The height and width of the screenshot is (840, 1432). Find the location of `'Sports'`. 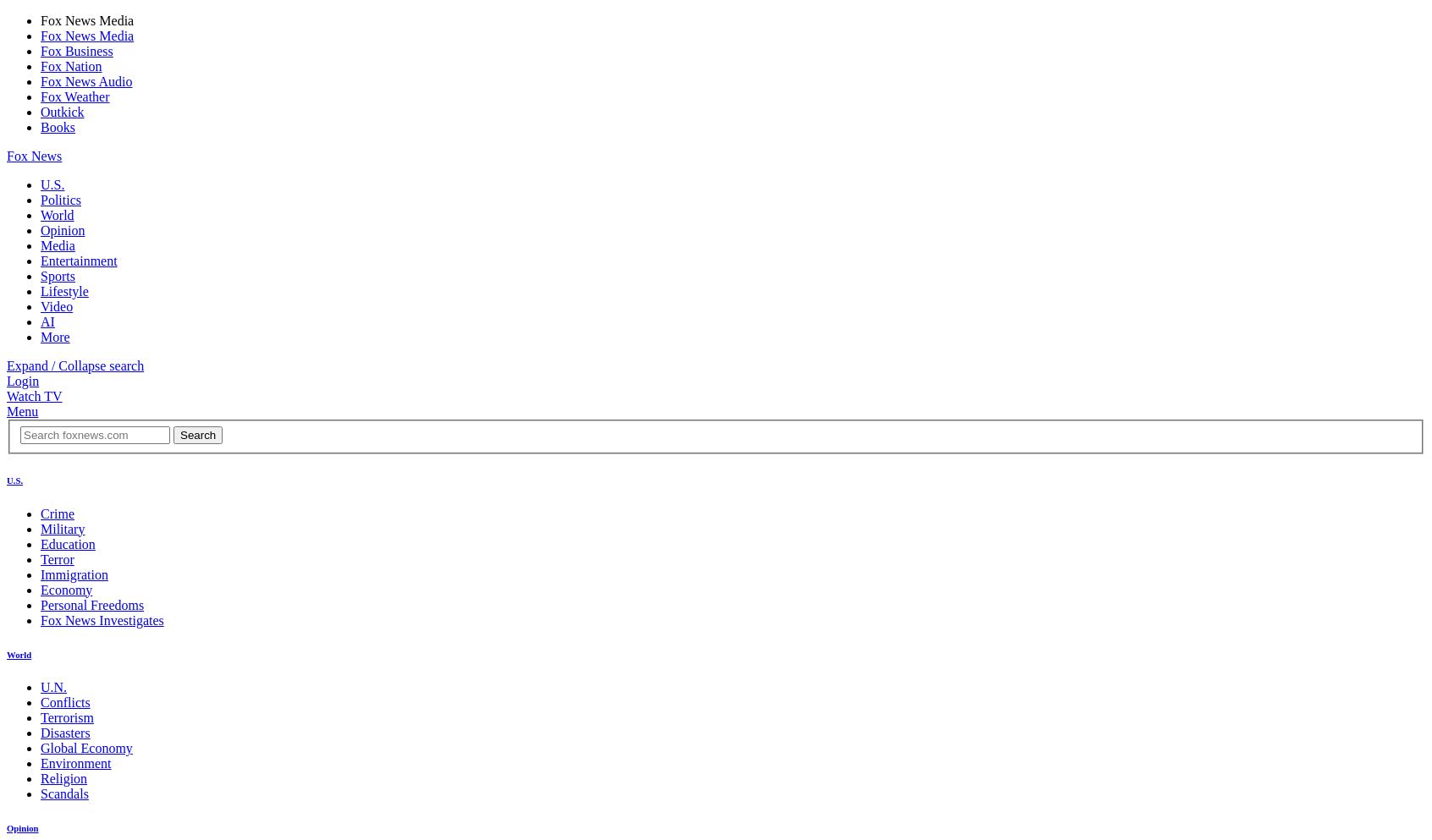

'Sports' is located at coordinates (57, 275).